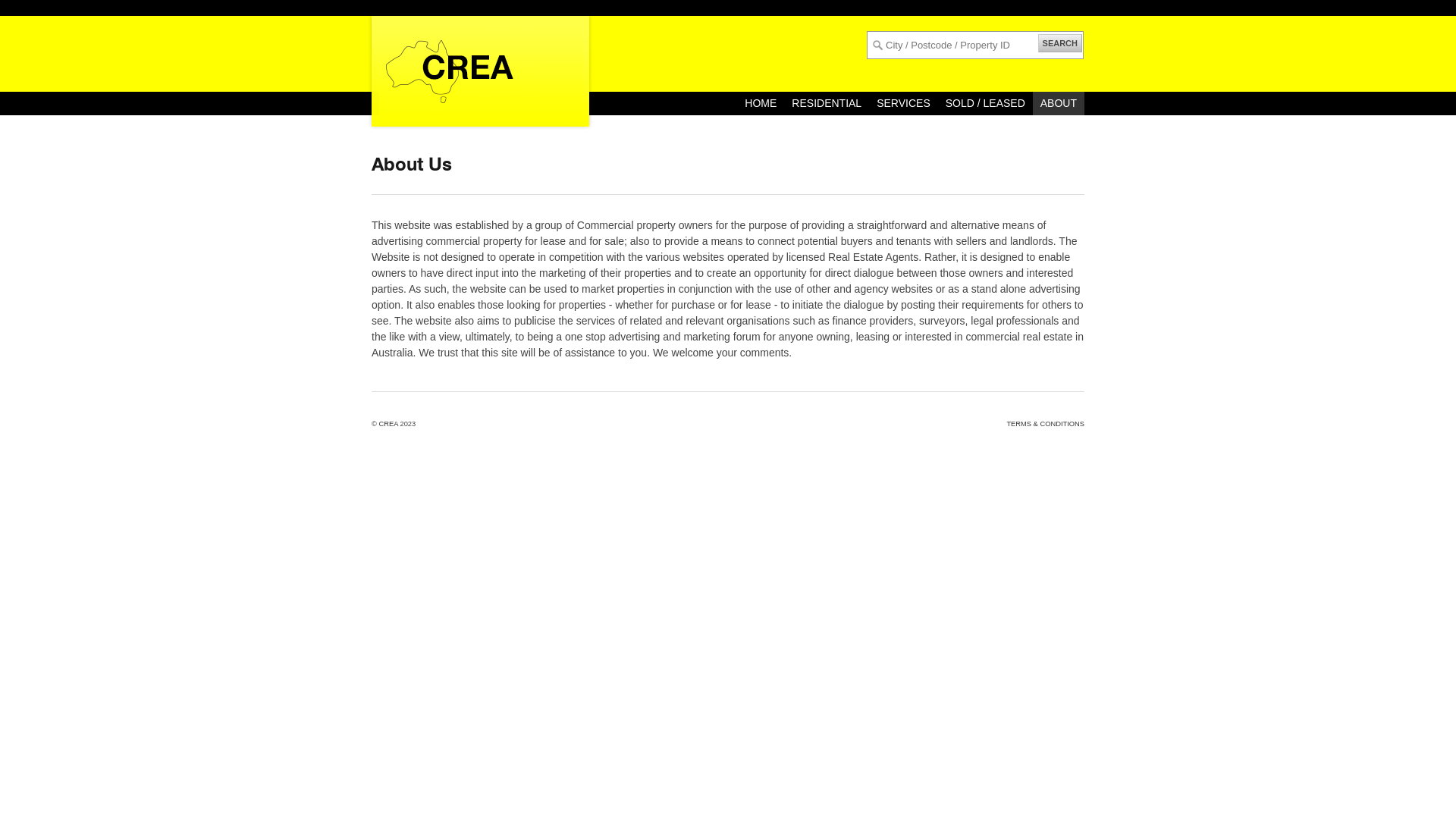 Image resolution: width=1456 pixels, height=819 pixels. I want to click on 'Search', so click(33, 12).